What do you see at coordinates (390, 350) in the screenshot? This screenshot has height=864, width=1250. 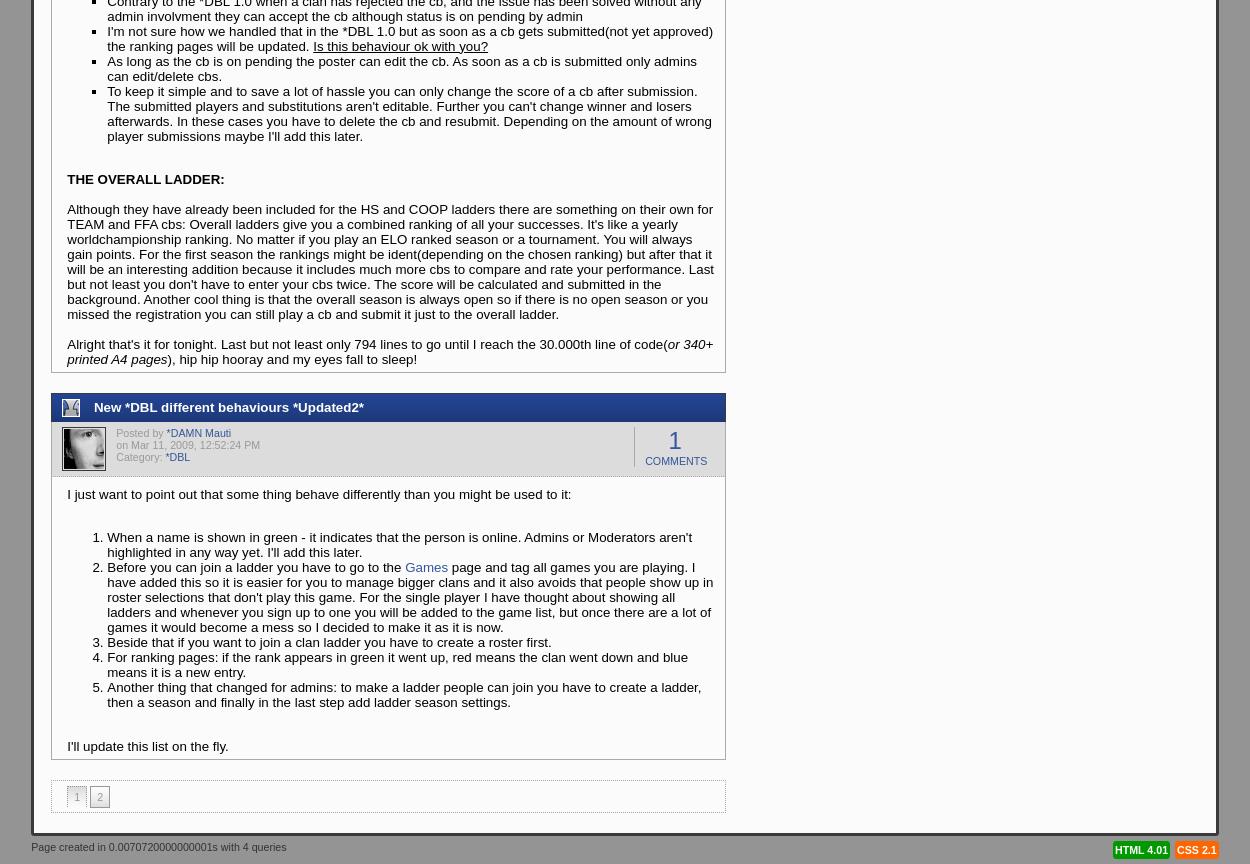 I see `'or 340+ printed A4 pages'` at bounding box center [390, 350].